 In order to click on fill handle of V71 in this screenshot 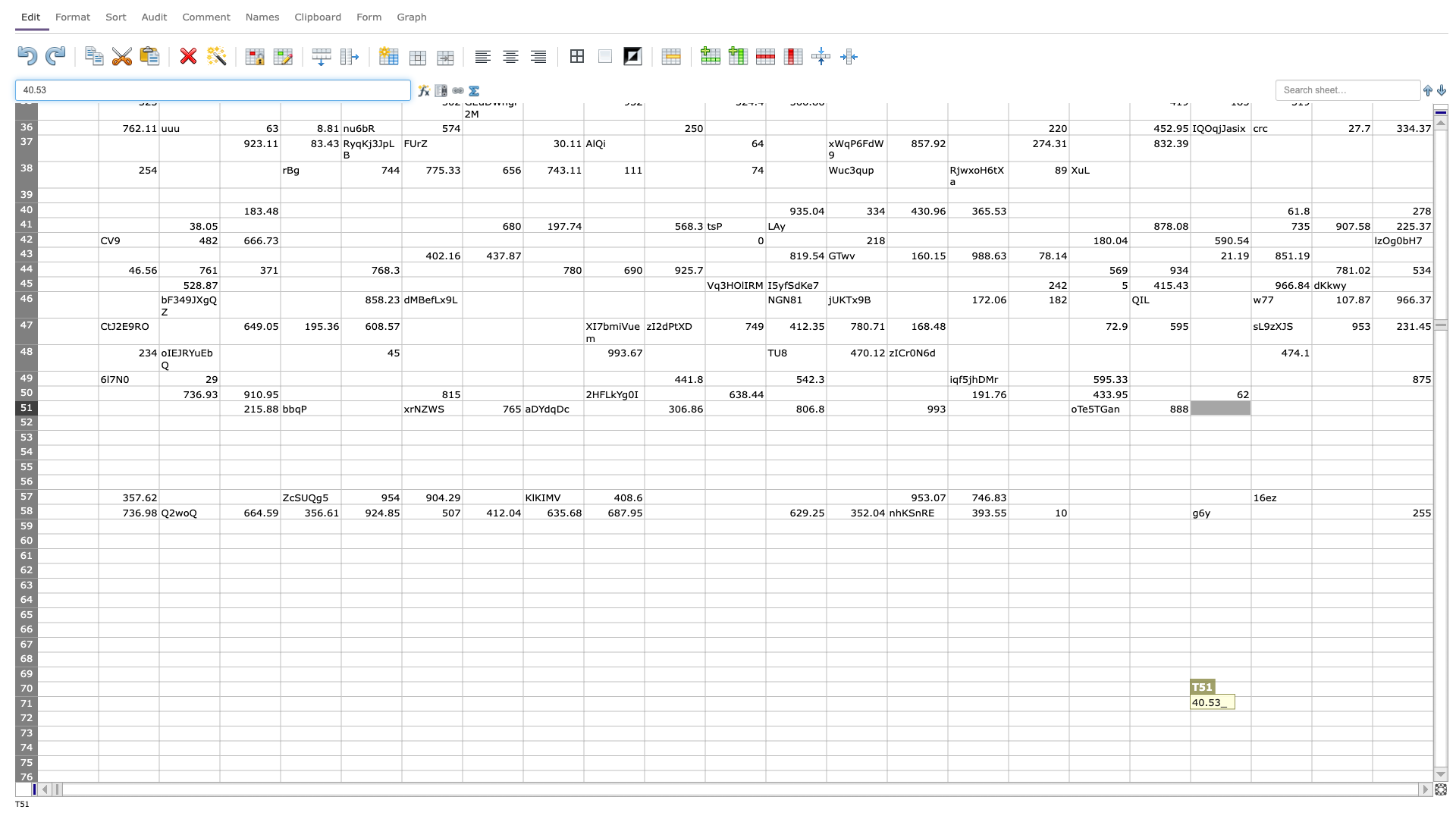, I will do `click(1372, 711)`.